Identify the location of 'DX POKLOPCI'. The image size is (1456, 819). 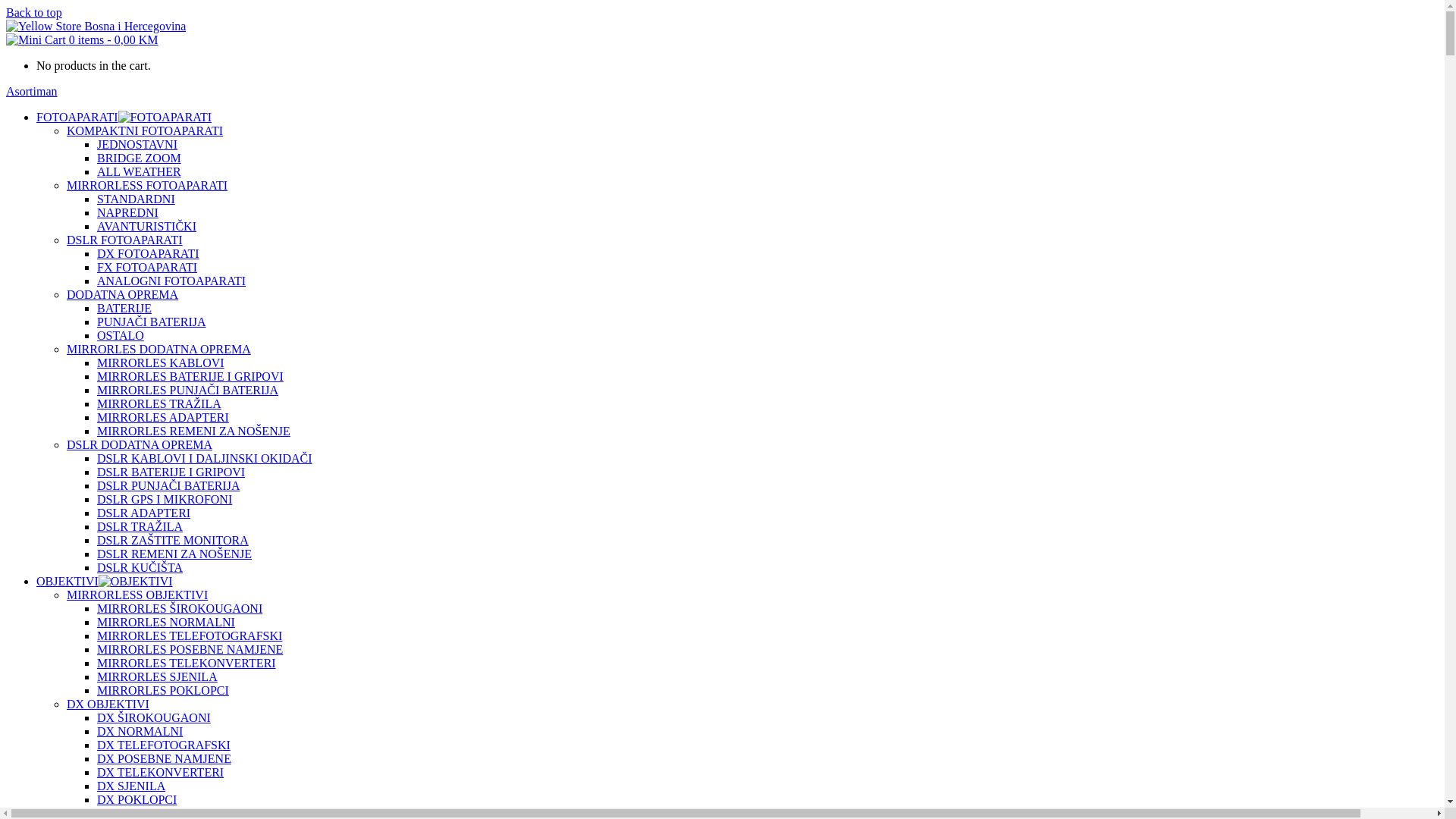
(136, 799).